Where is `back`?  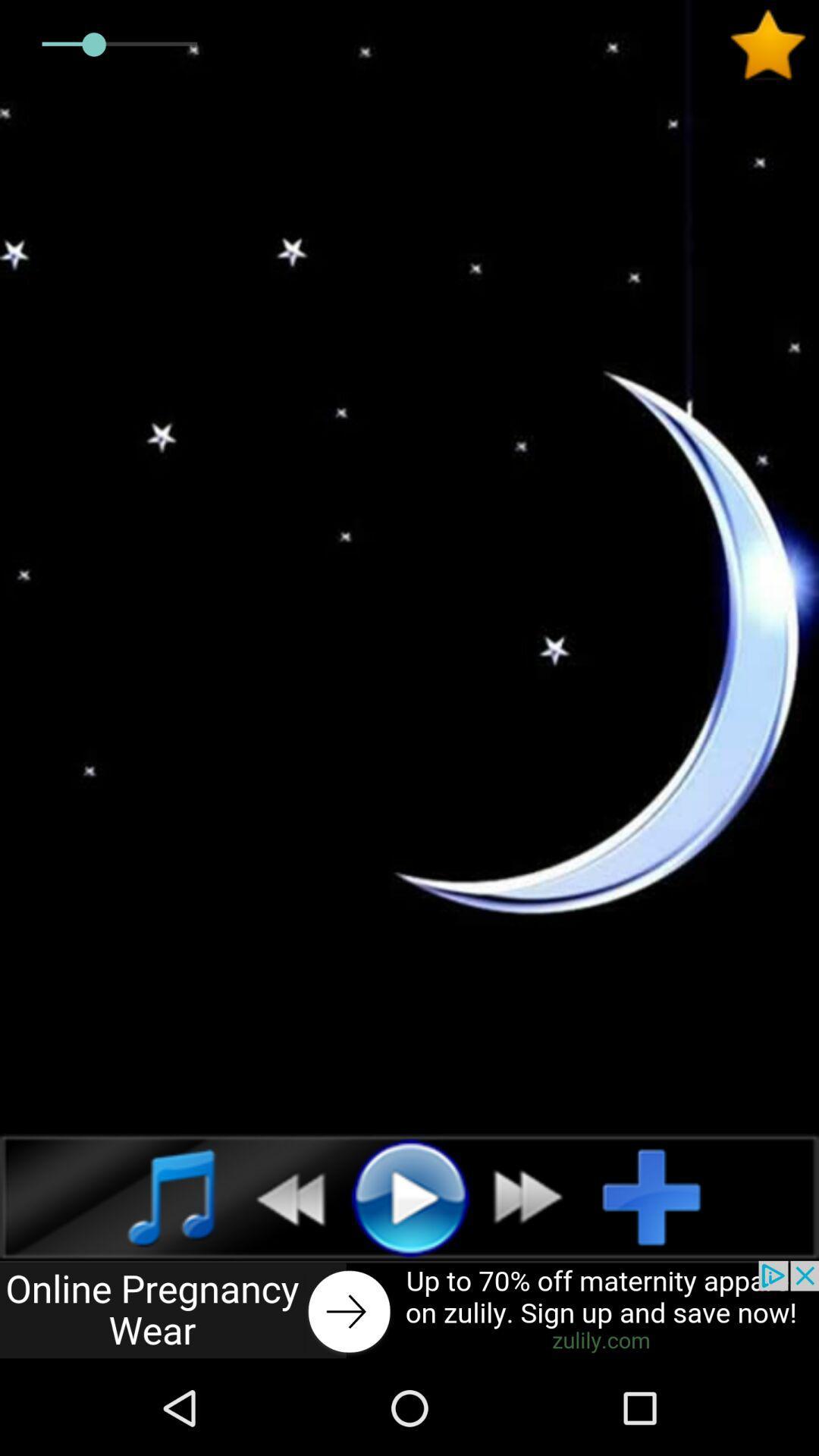 back is located at coordinates (281, 1196).